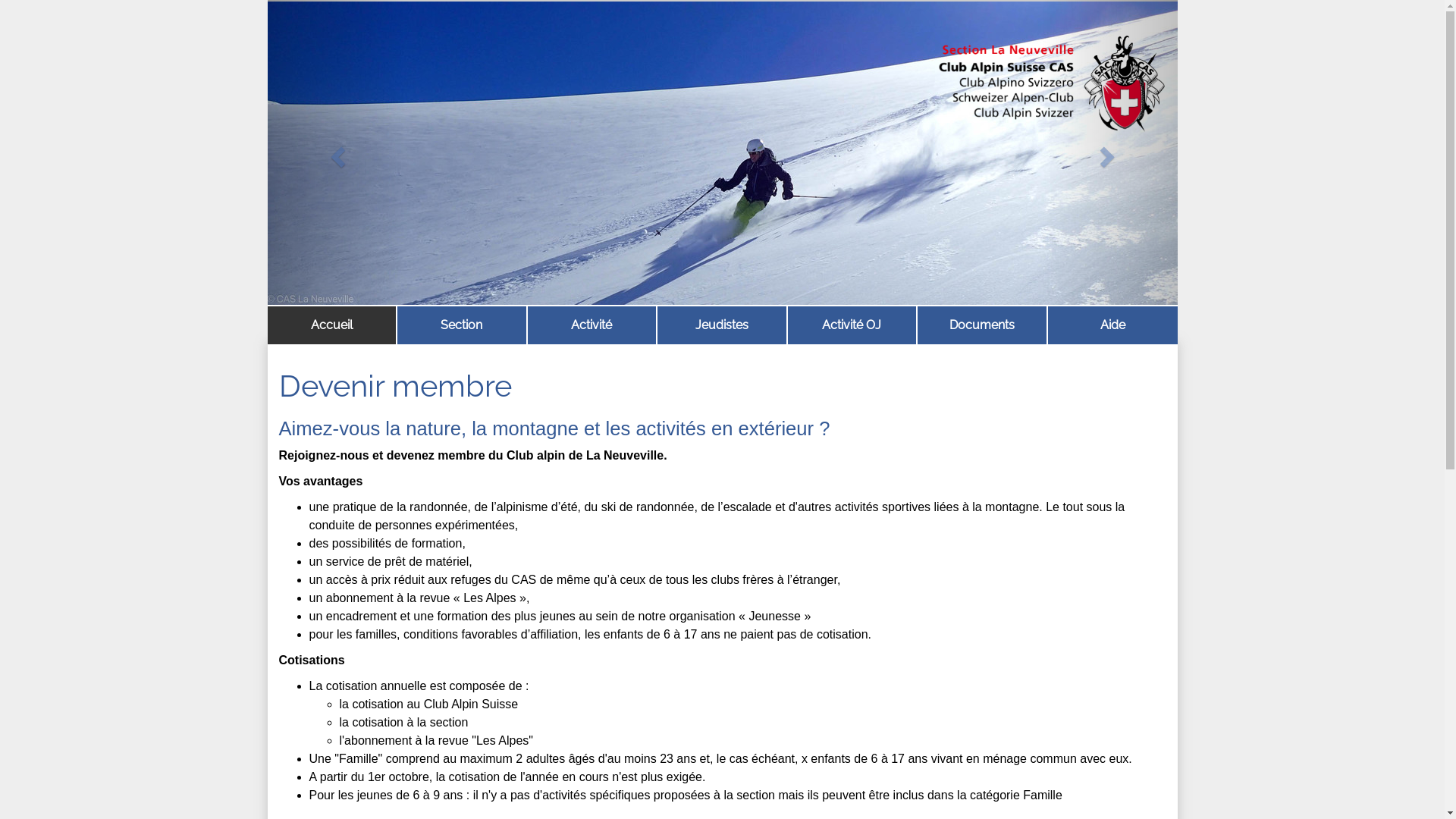 The height and width of the screenshot is (819, 1456). What do you see at coordinates (982, 324) in the screenshot?
I see `'Documents'` at bounding box center [982, 324].